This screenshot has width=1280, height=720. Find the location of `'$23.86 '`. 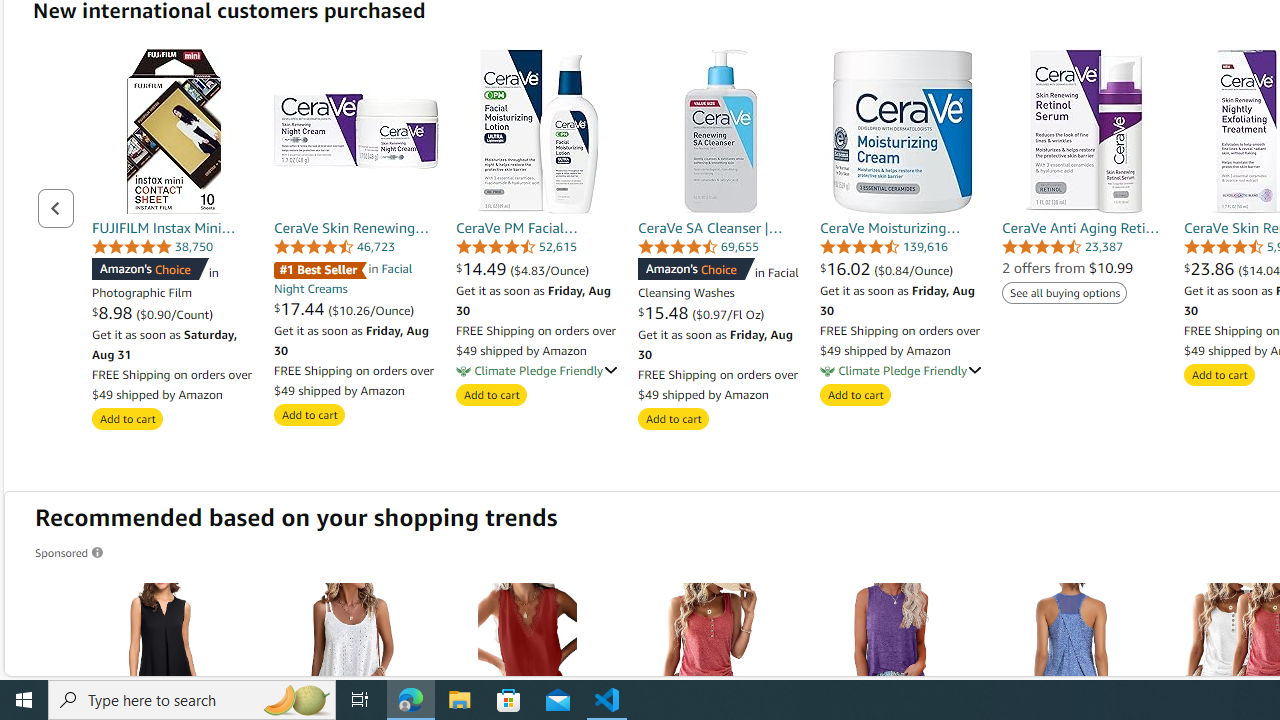

'$23.86 ' is located at coordinates (1210, 267).